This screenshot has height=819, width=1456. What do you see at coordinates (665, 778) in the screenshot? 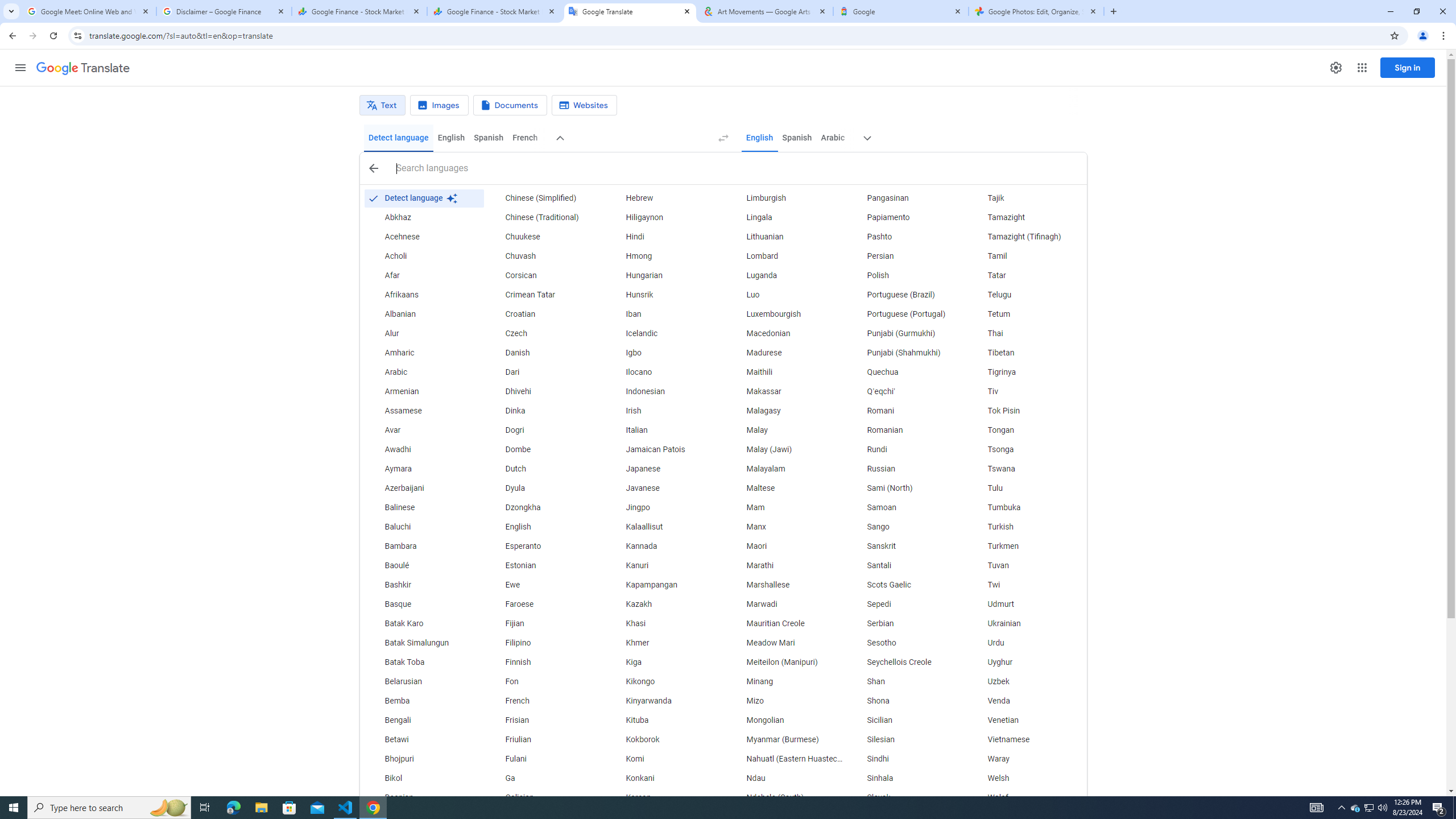
I see `'Konkani'` at bounding box center [665, 778].